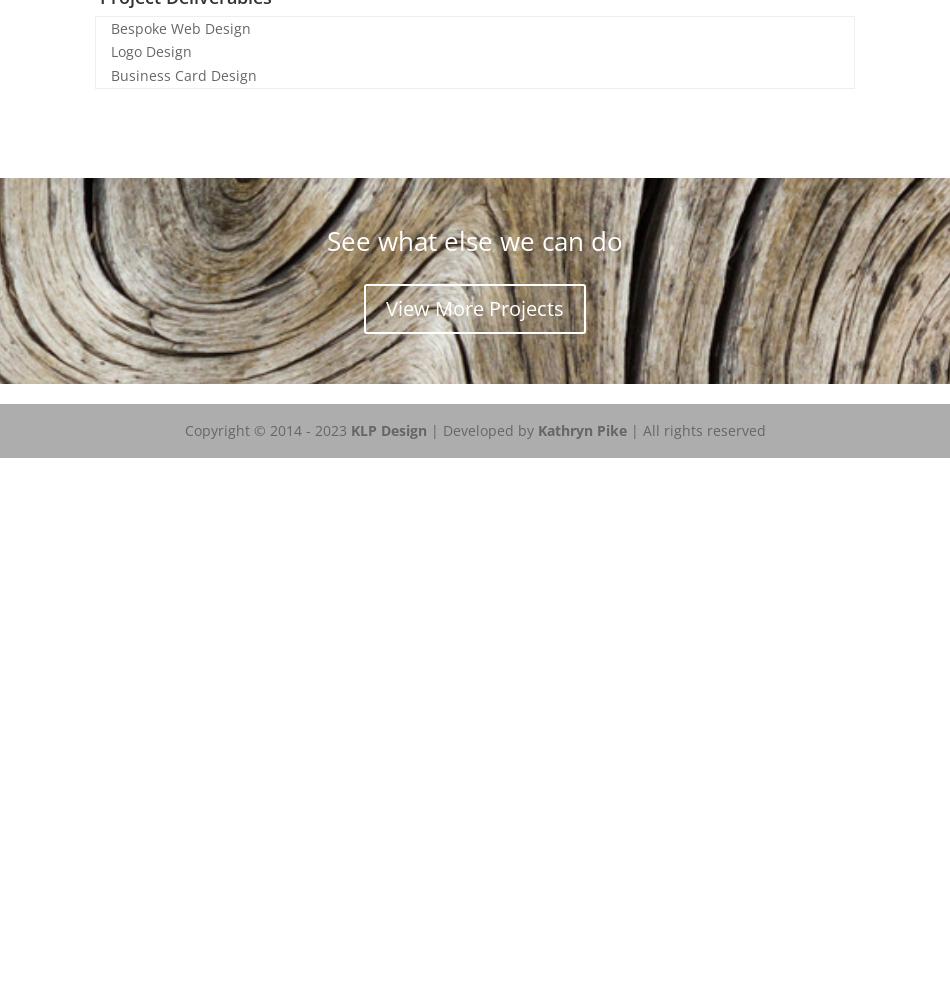 The image size is (950, 1000). What do you see at coordinates (184, 429) in the screenshot?
I see `'Copyright © 2014 - 2023'` at bounding box center [184, 429].